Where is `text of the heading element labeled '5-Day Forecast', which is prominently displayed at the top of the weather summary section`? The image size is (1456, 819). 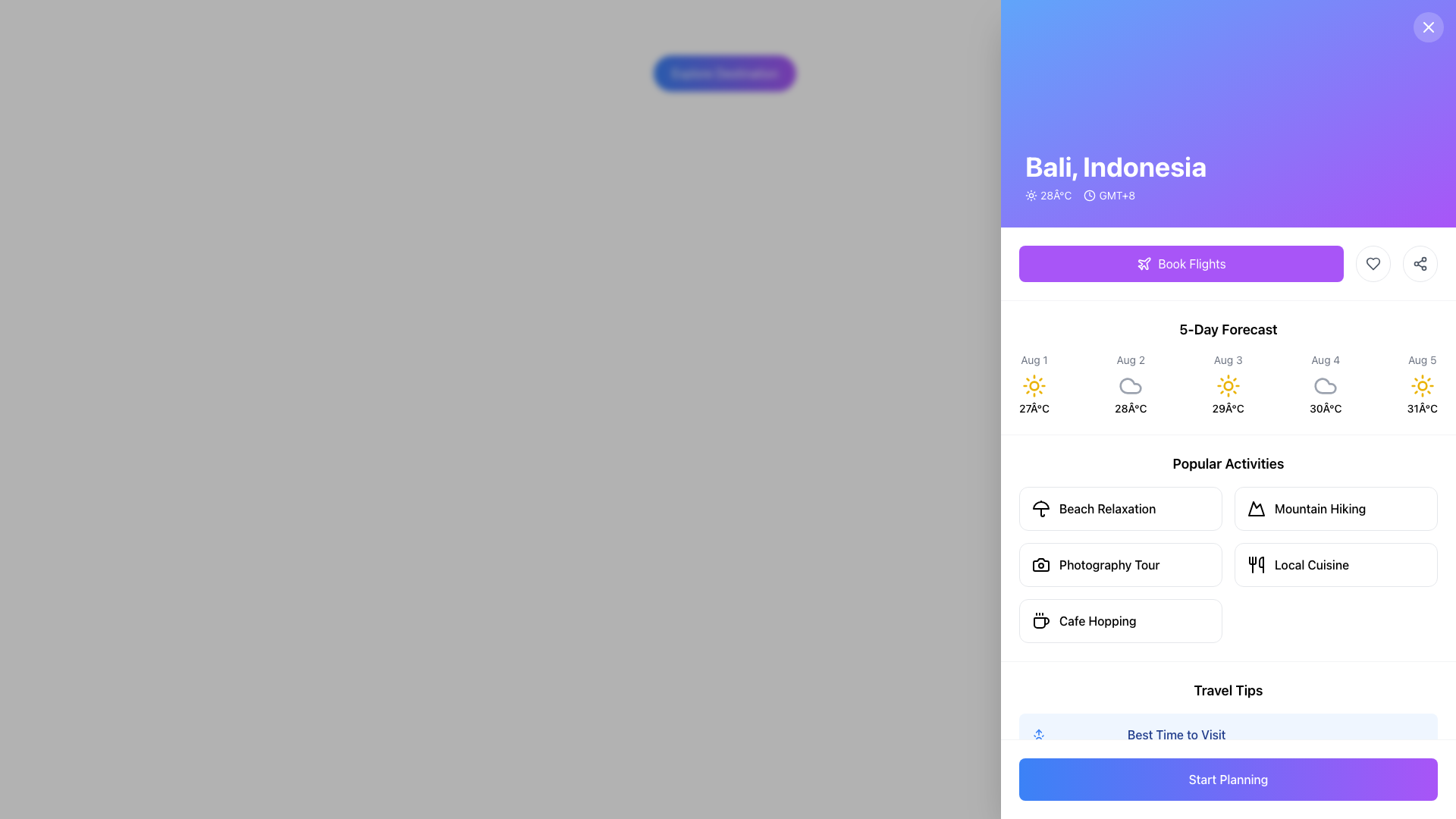
text of the heading element labeled '5-Day Forecast', which is prominently displayed at the top of the weather summary section is located at coordinates (1228, 329).